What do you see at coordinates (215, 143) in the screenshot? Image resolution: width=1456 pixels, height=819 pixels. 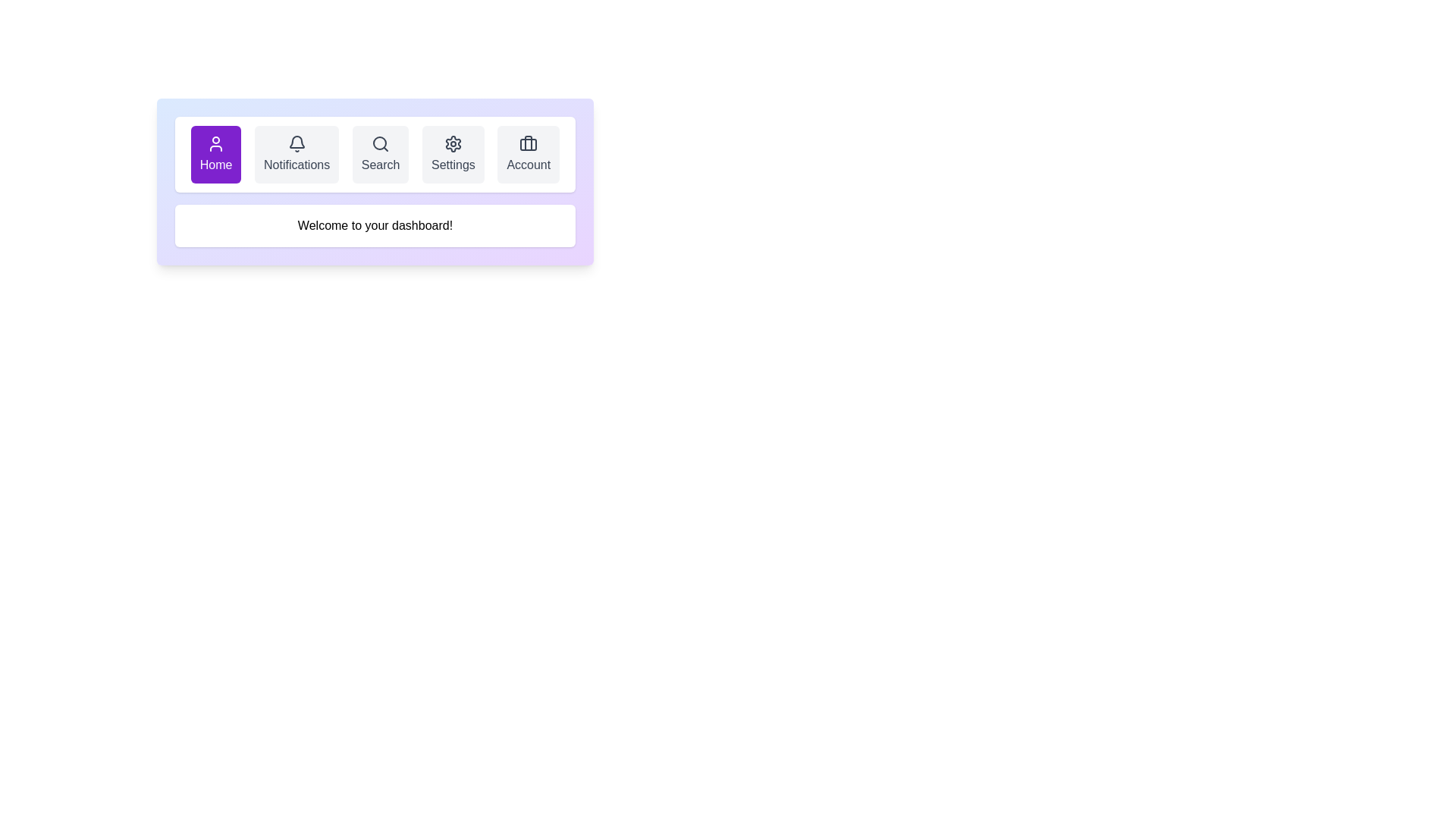 I see `the user SVG icon located in the first button of the horizontal navigation menu, which is styled with a white stroke against a purple background and positioned above the 'Home' text` at bounding box center [215, 143].